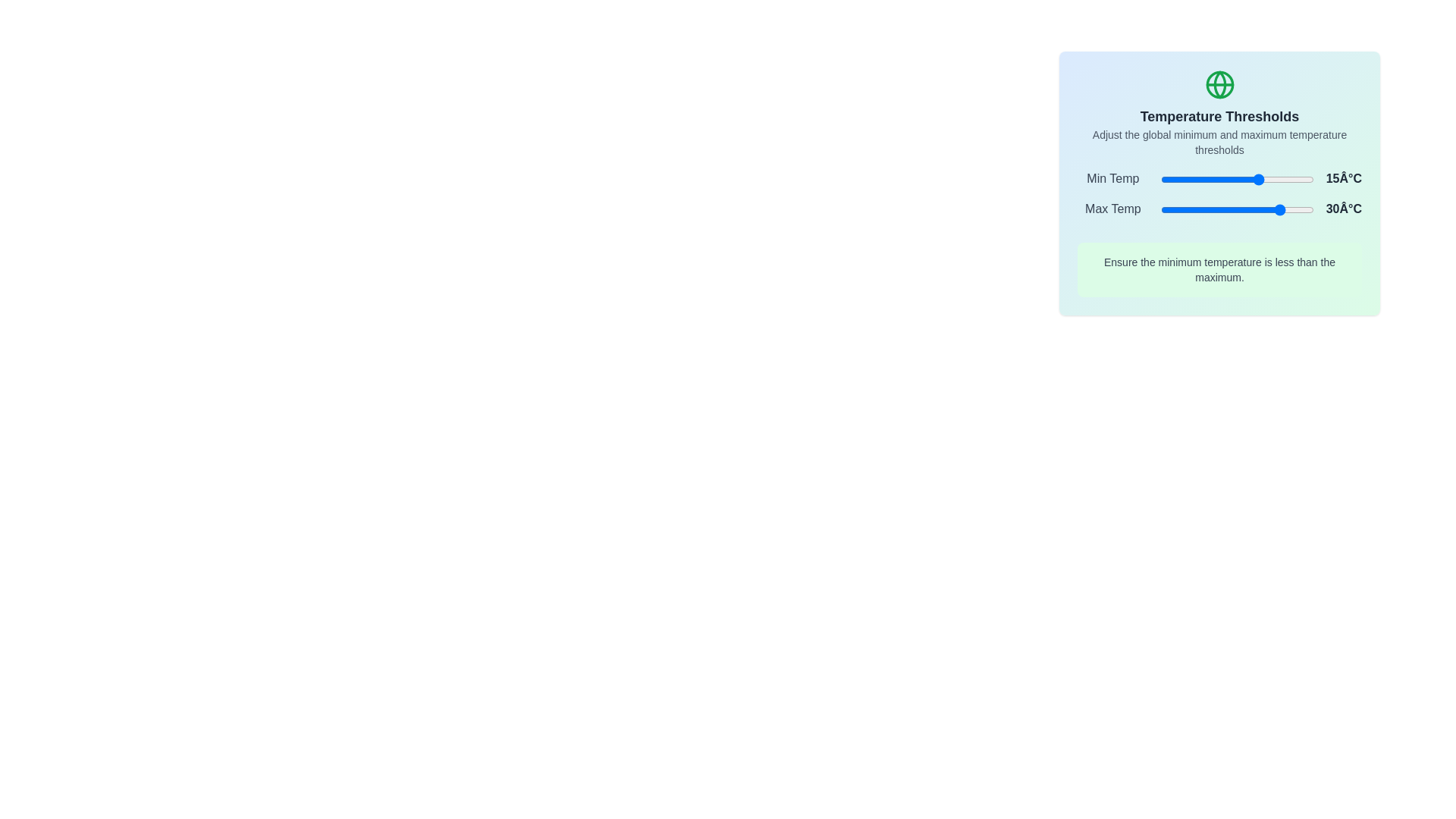 The width and height of the screenshot is (1456, 819). I want to click on the minimum temperature slider to -13°C, so click(1217, 178).